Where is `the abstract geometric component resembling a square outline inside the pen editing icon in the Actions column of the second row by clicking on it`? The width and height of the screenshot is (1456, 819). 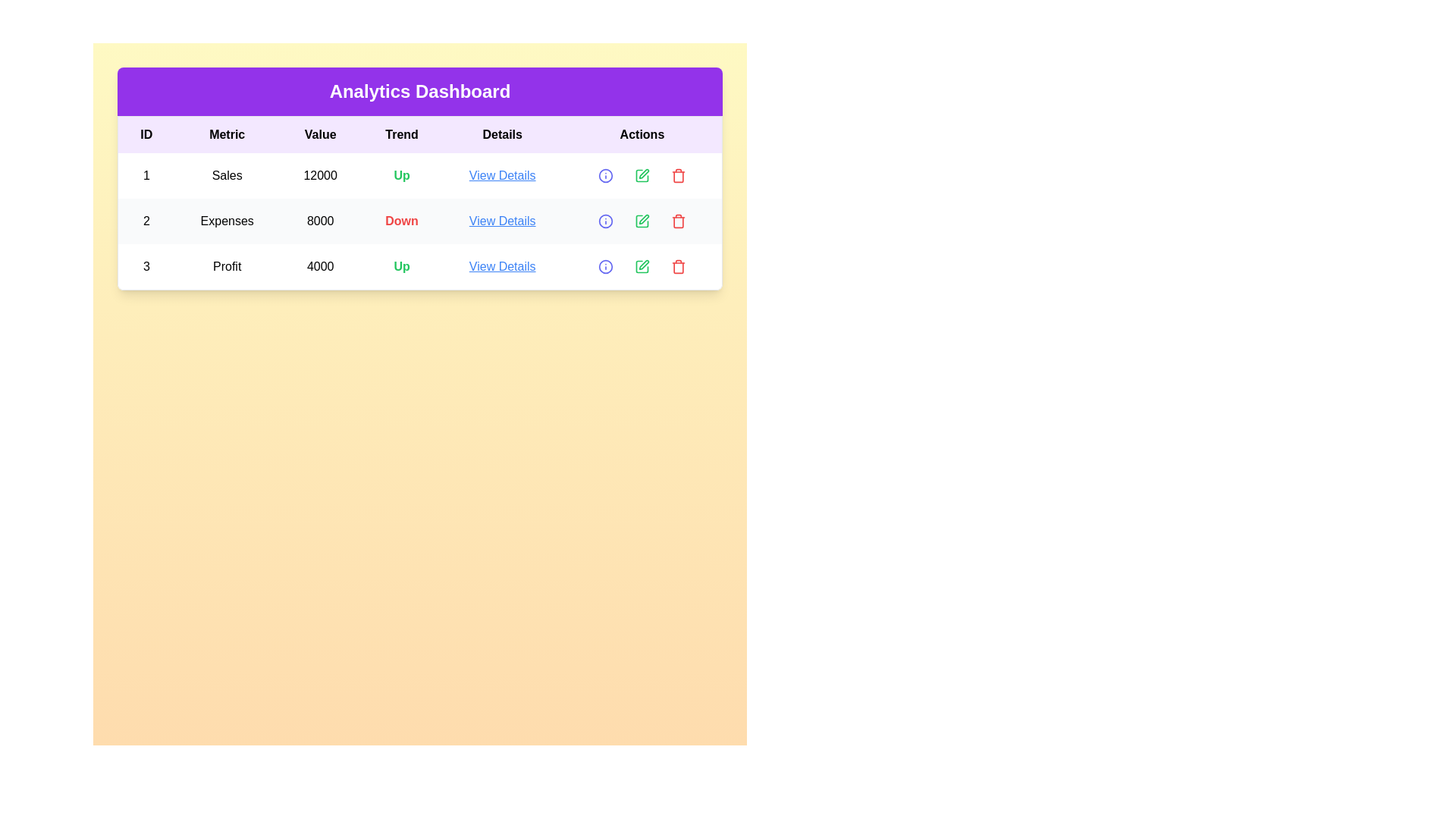
the abstract geometric component resembling a square outline inside the pen editing icon in the Actions column of the second row by clicking on it is located at coordinates (642, 221).